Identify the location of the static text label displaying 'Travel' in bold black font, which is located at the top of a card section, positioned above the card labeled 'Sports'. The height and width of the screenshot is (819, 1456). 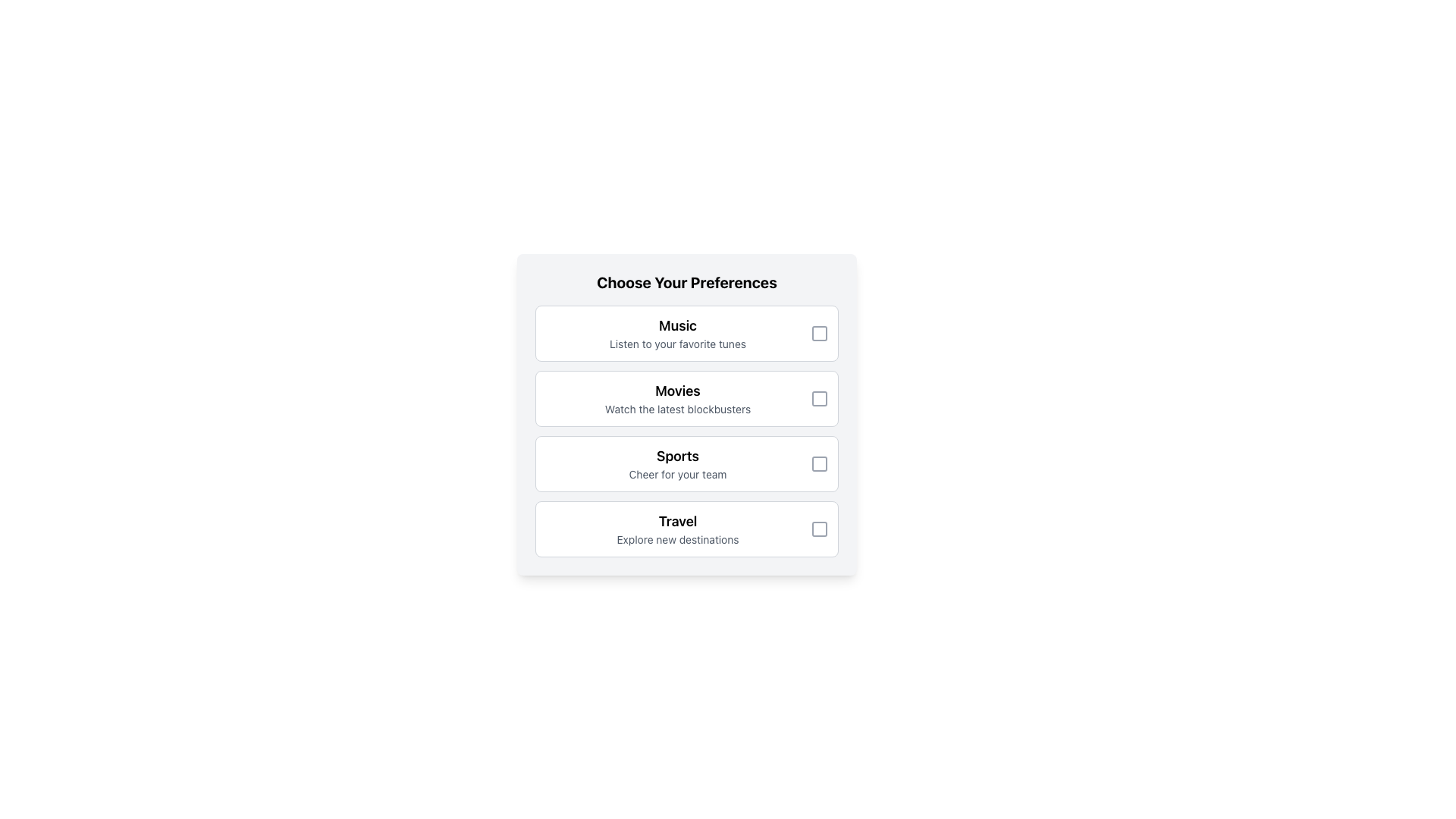
(676, 520).